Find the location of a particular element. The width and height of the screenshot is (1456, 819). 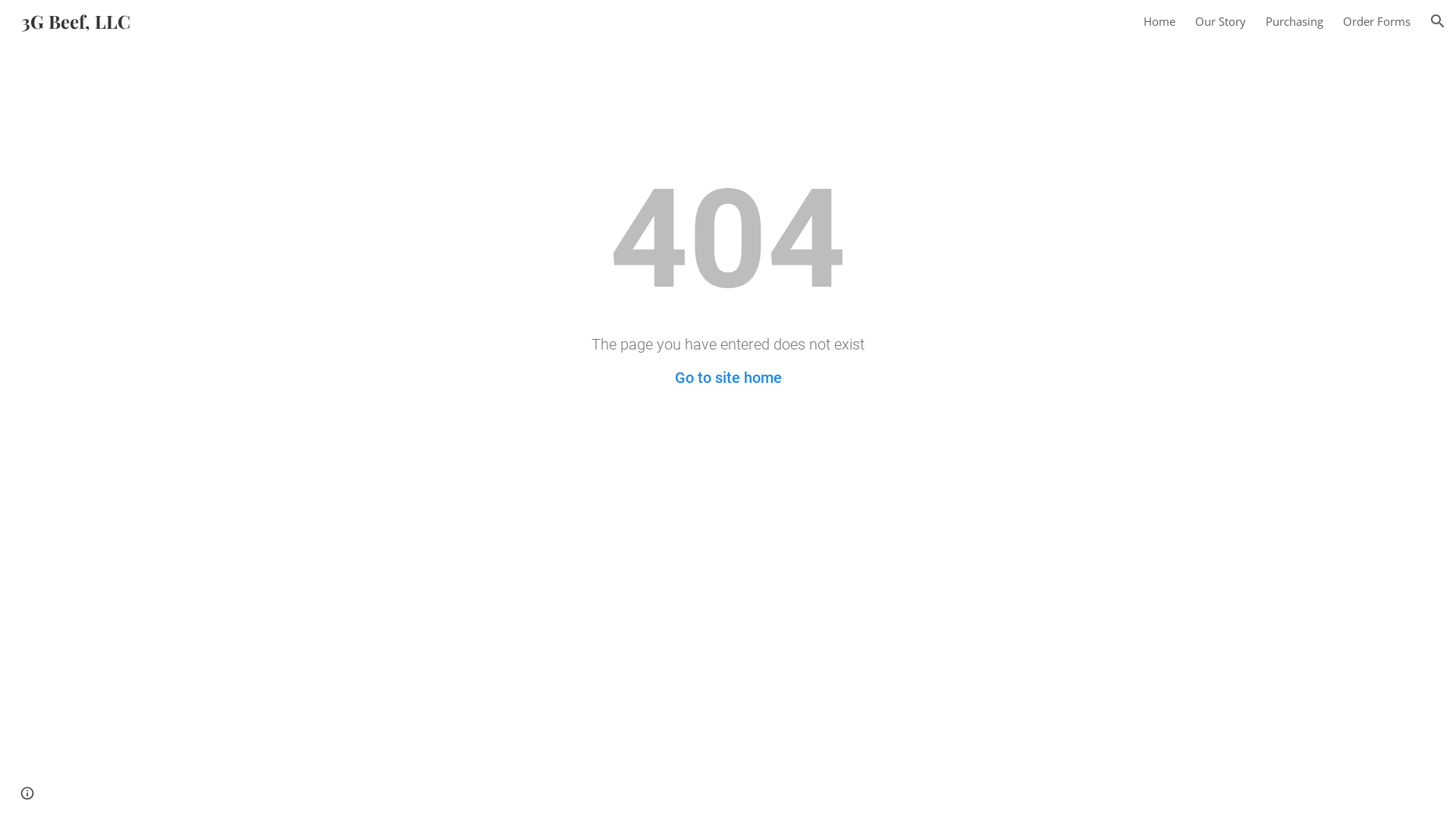

'Go to site home' is located at coordinates (728, 376).